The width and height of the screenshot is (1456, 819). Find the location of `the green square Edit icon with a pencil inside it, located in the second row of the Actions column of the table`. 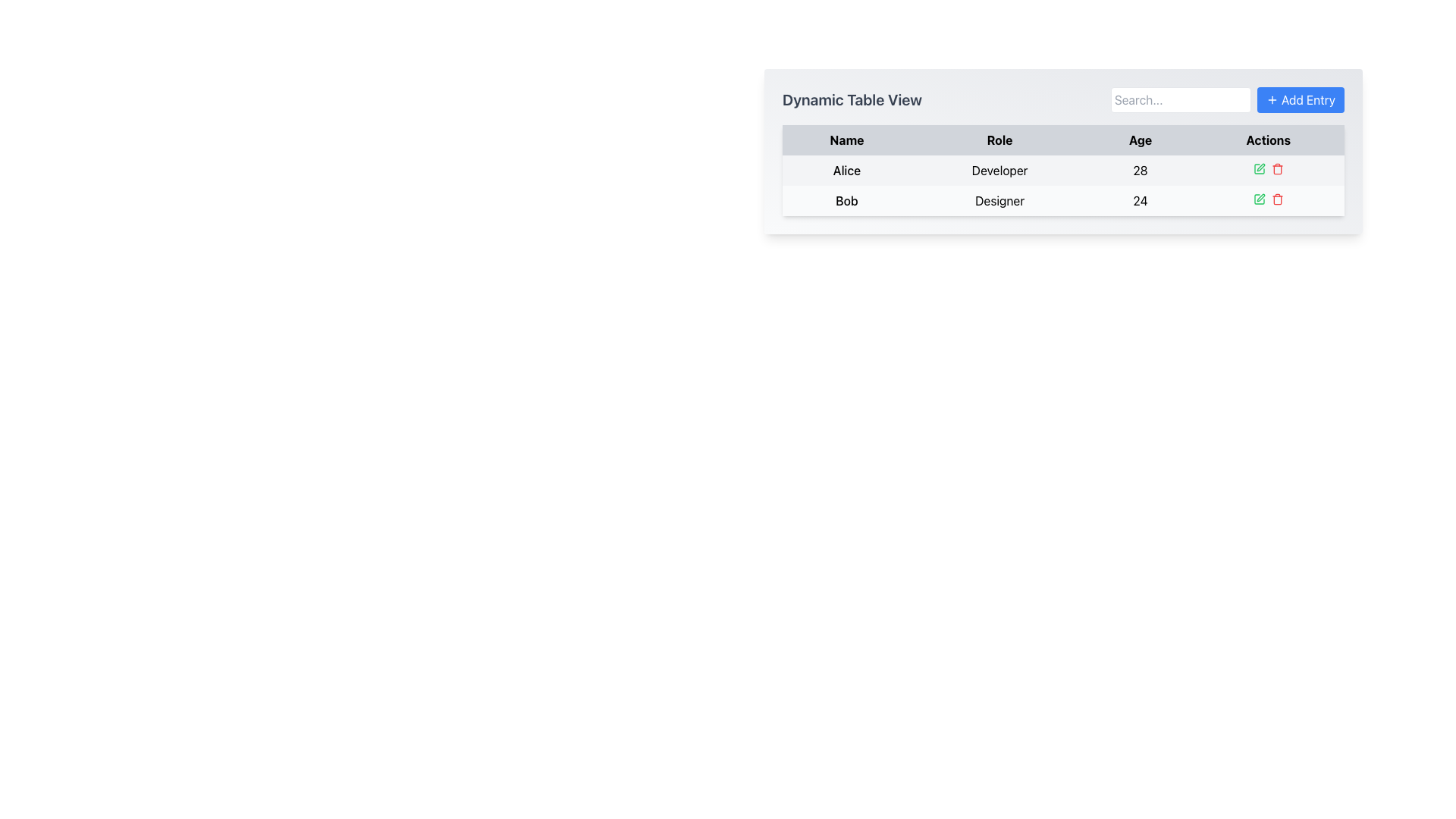

the green square Edit icon with a pencil inside it, located in the second row of the Actions column of the table is located at coordinates (1259, 198).